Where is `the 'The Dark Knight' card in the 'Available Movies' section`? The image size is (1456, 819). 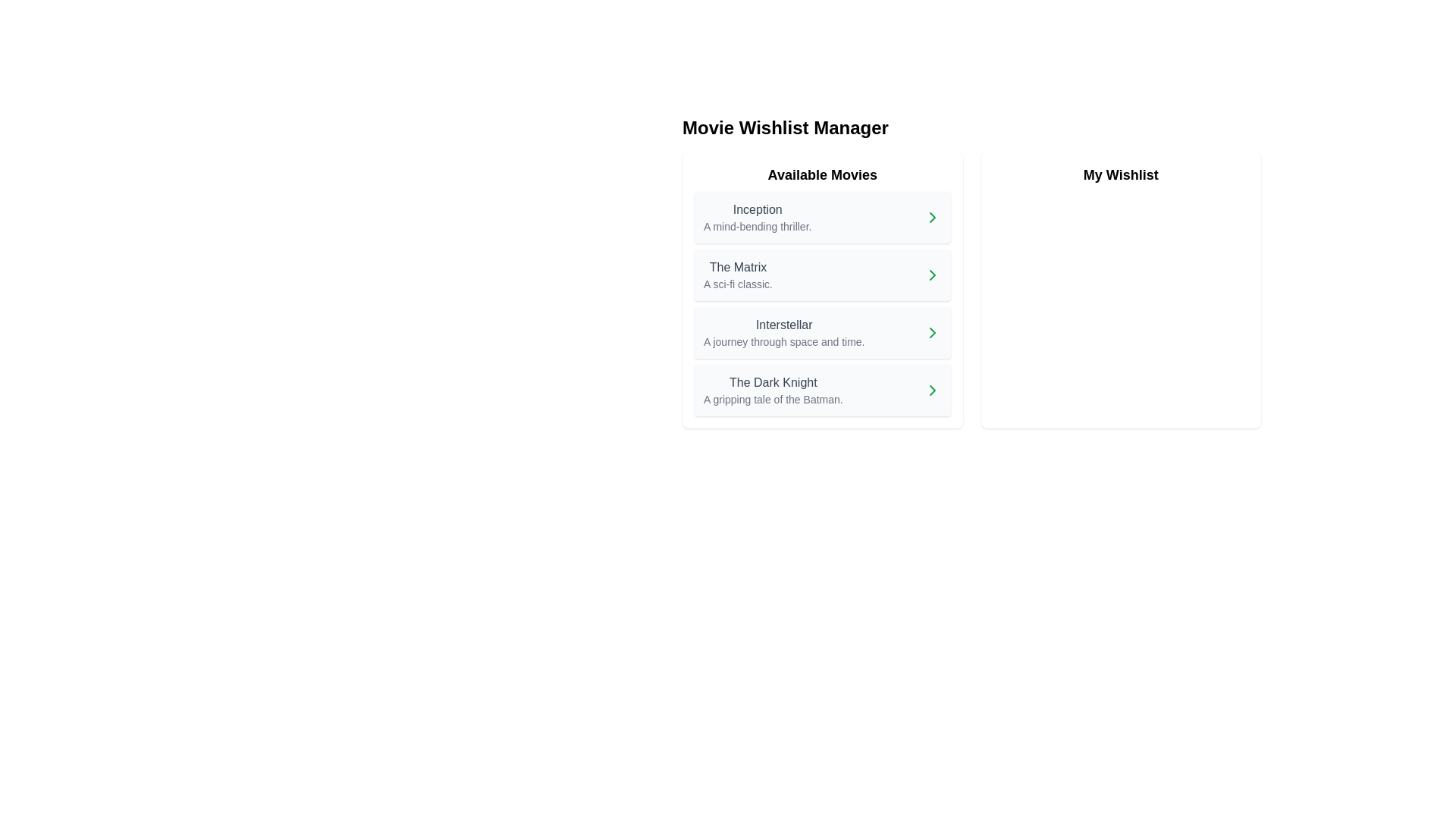
the 'The Dark Knight' card in the 'Available Movies' section is located at coordinates (821, 390).